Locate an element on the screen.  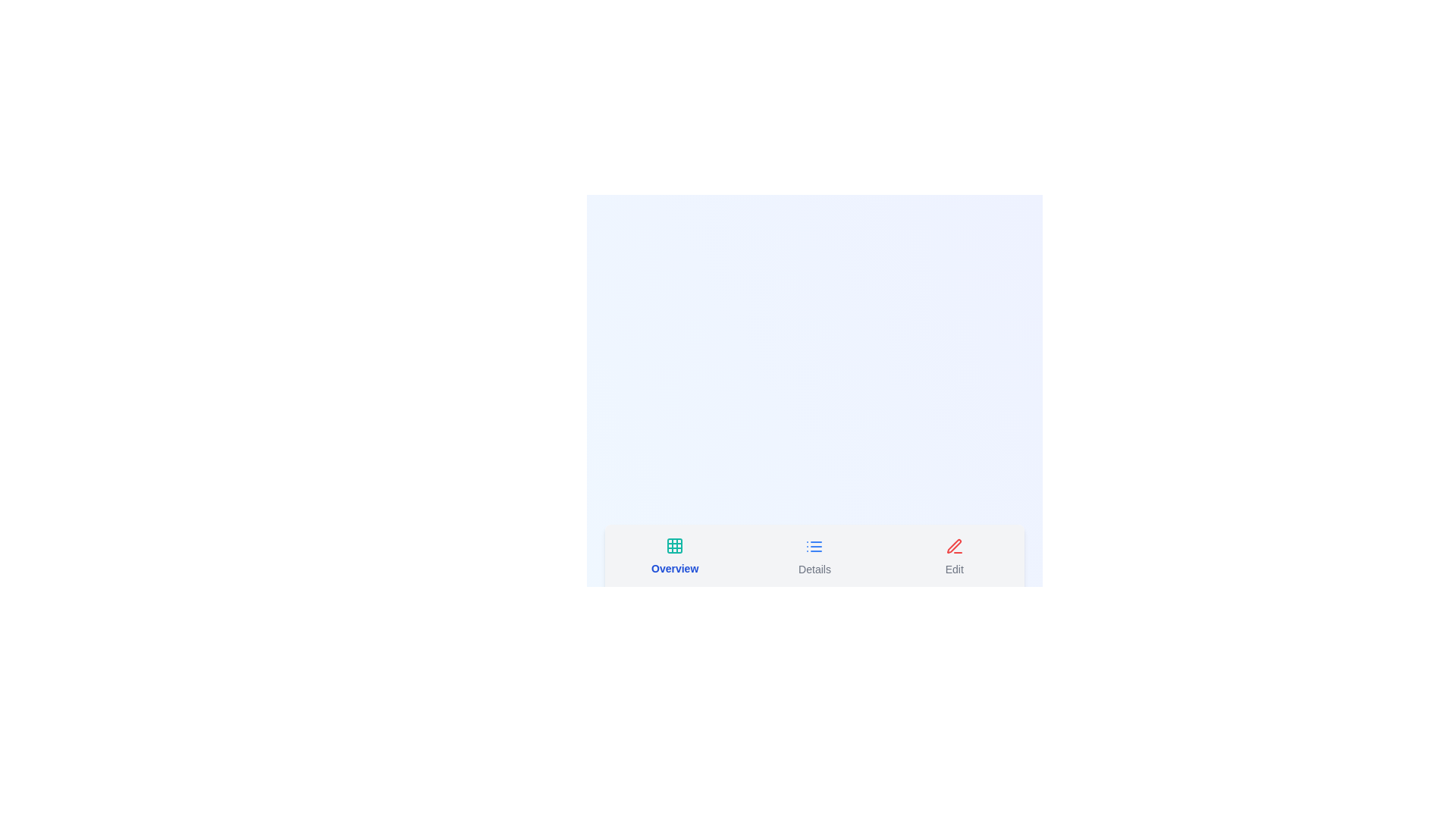
the tab labeled Overview by clicking on its button is located at coordinates (673, 556).